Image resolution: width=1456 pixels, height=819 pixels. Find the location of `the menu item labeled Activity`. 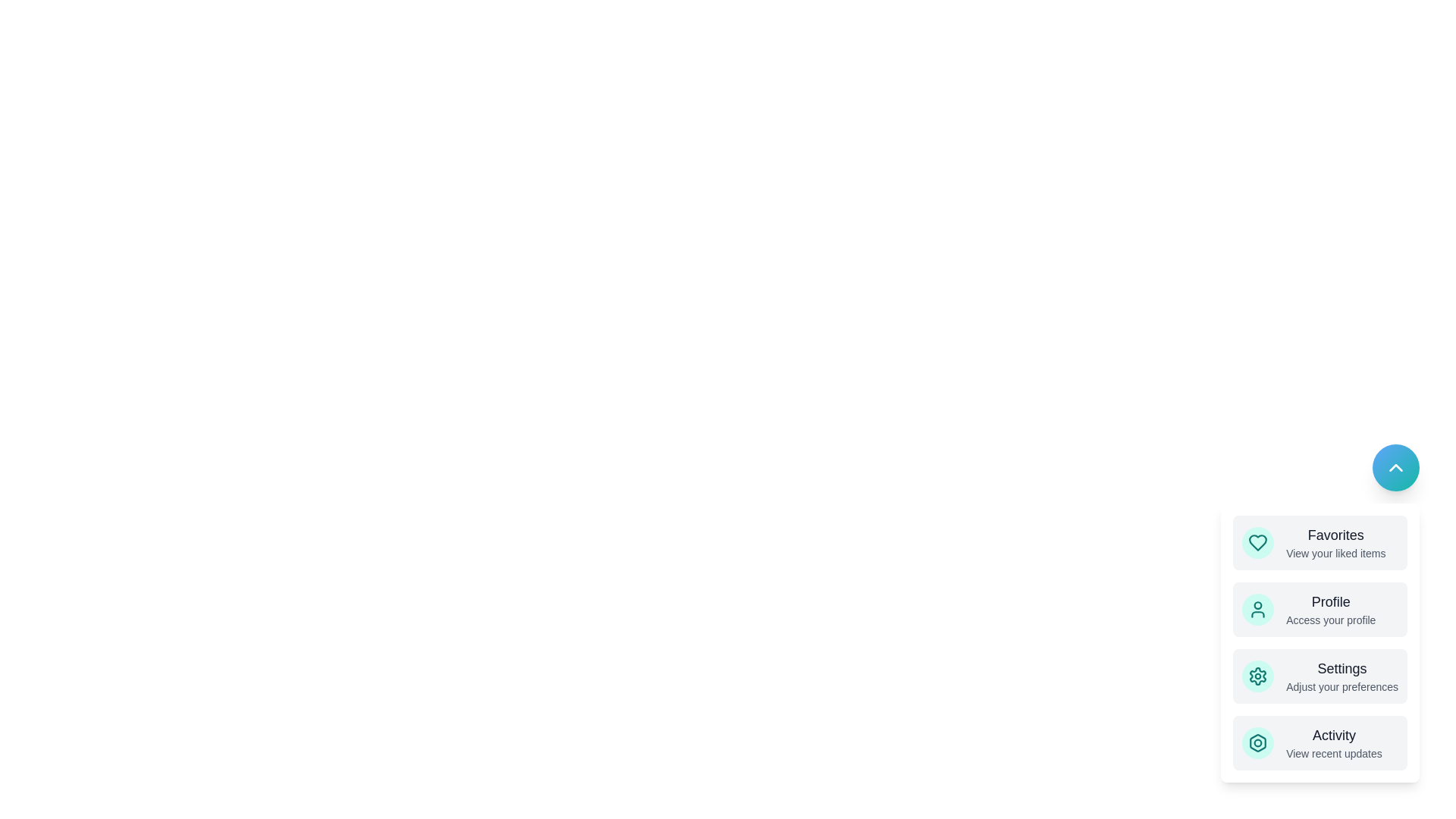

the menu item labeled Activity is located at coordinates (1319, 742).